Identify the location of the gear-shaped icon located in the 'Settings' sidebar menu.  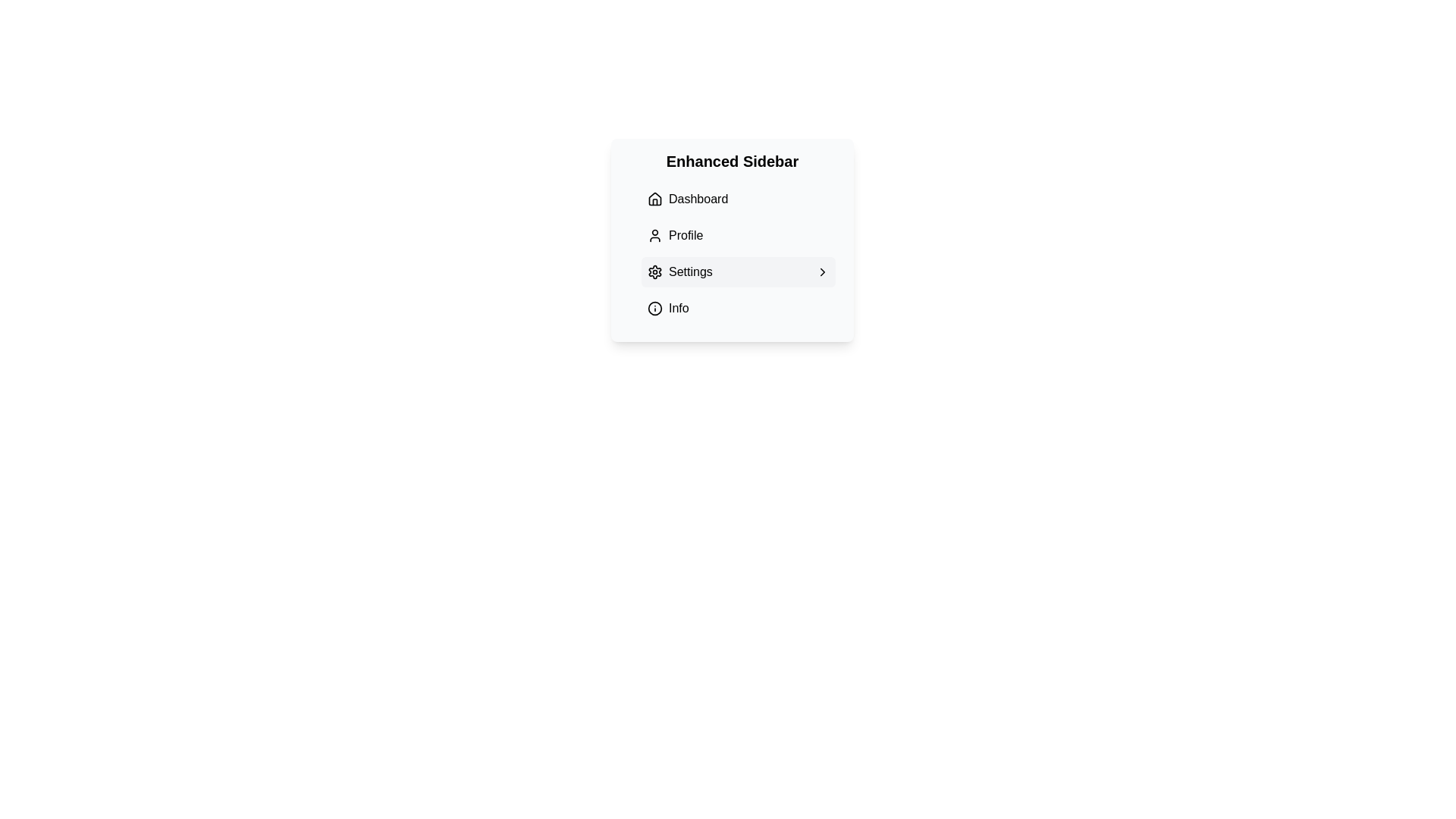
(655, 271).